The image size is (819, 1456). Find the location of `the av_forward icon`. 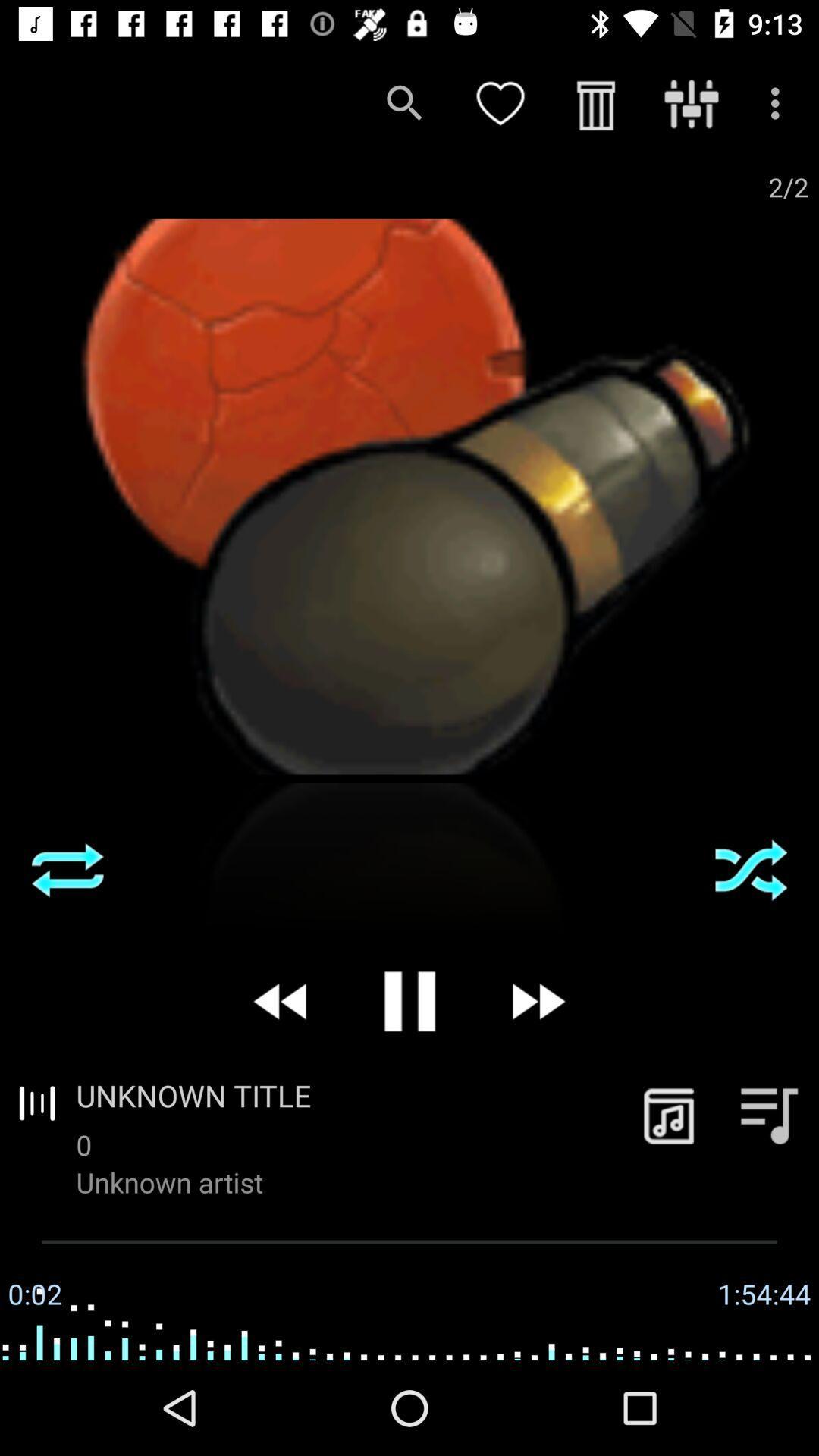

the av_forward icon is located at coordinates (536, 1001).